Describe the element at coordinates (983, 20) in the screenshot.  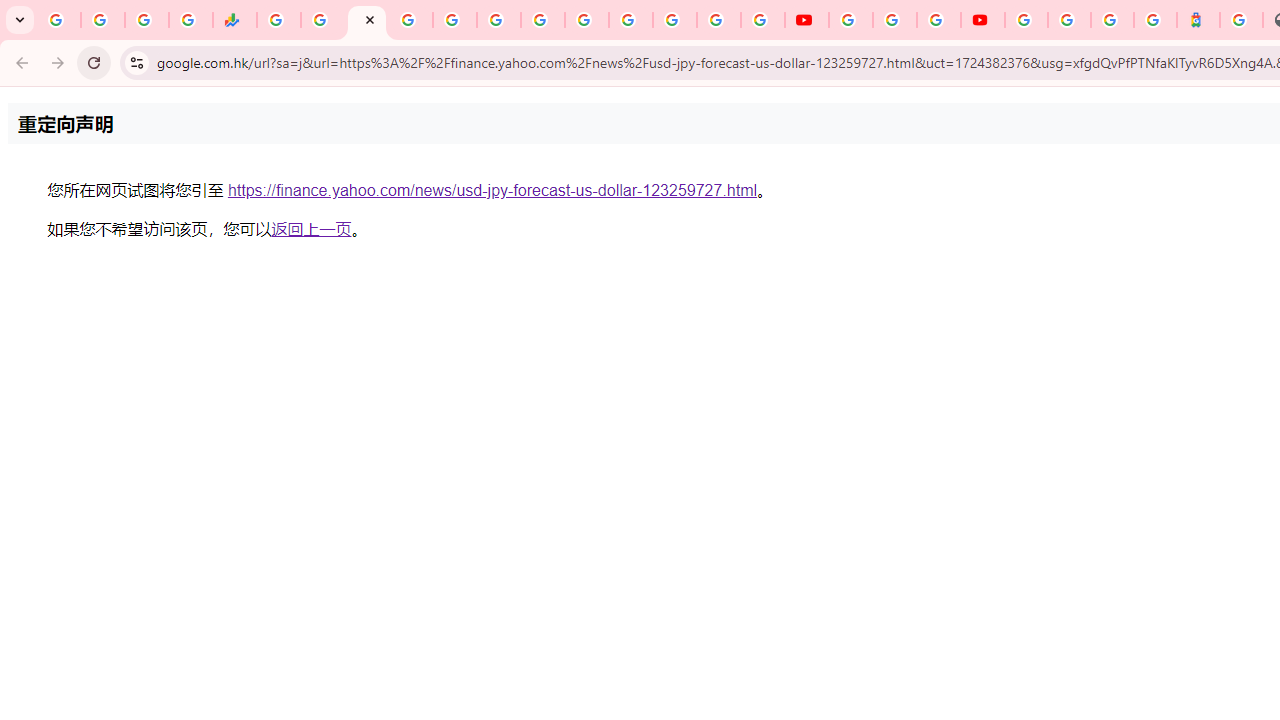
I see `'Content Creator Programs & Opportunities - YouTube Creators'` at that location.